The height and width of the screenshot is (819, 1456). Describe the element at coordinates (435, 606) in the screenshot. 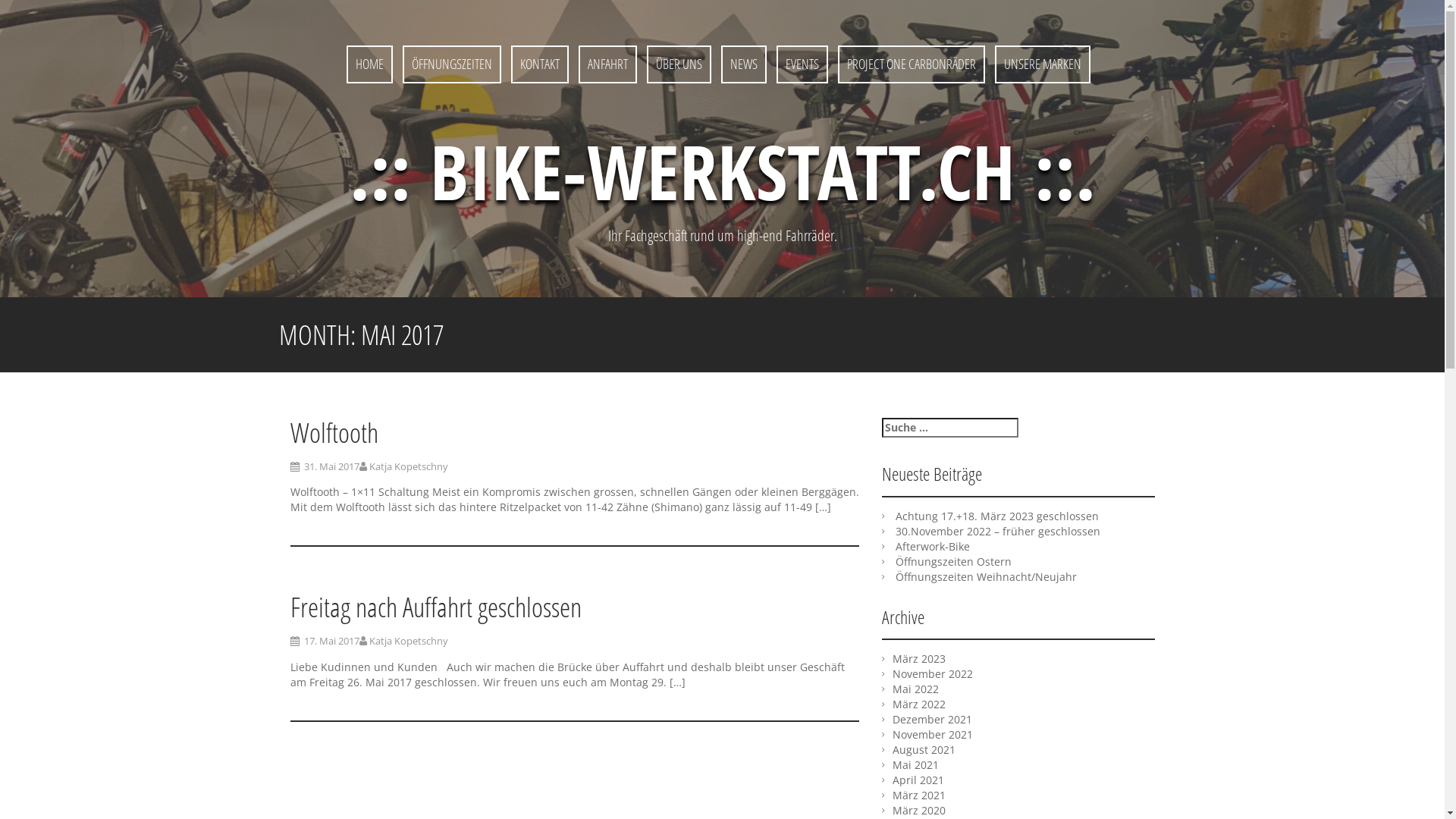

I see `'Freitag nach Auffahrt geschlossen'` at that location.